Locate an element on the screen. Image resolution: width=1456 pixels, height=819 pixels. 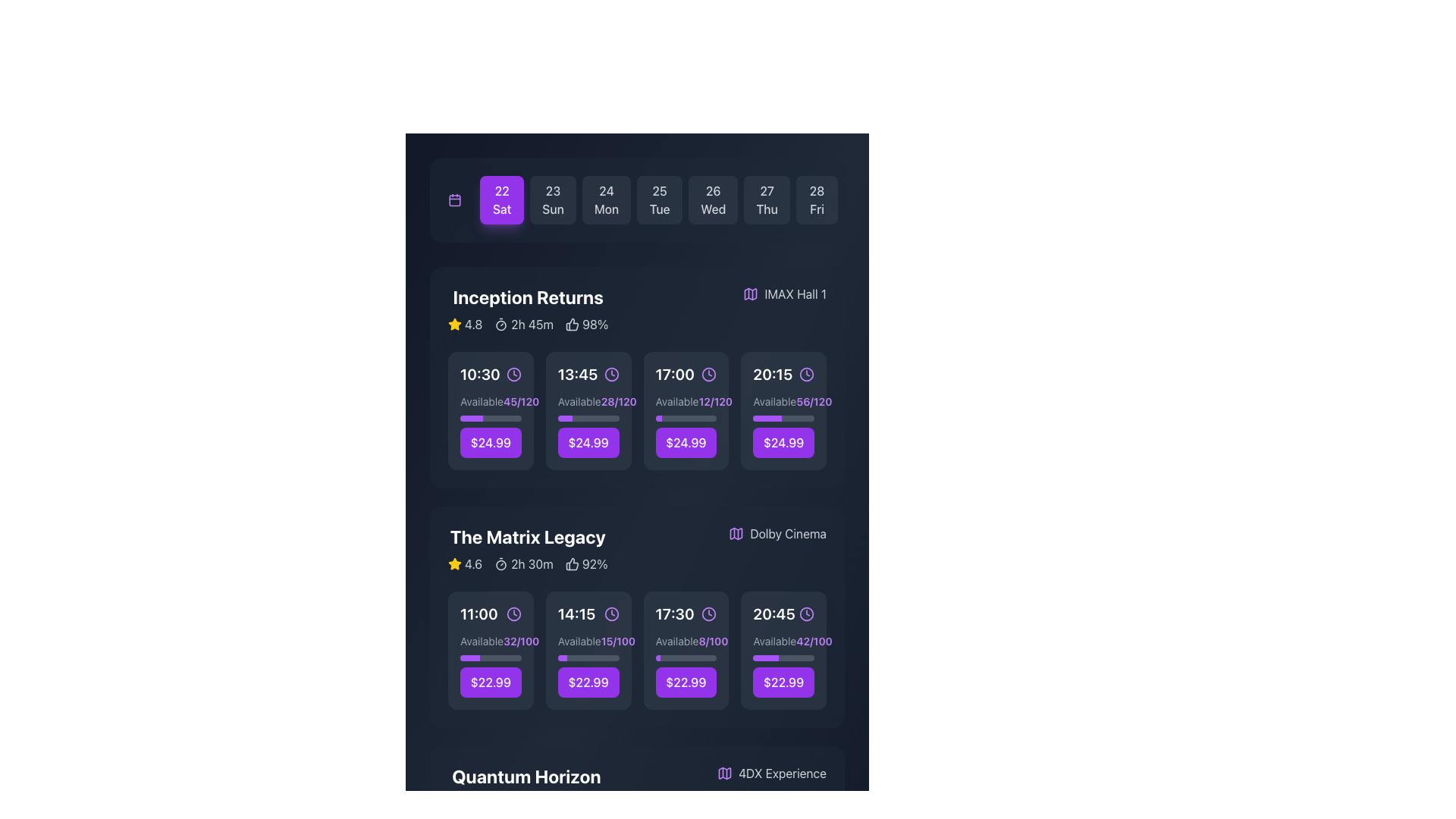
the circular graphical element that visually represents the clock face in the schedule section for the movie 'Inception Returns' is located at coordinates (513, 374).